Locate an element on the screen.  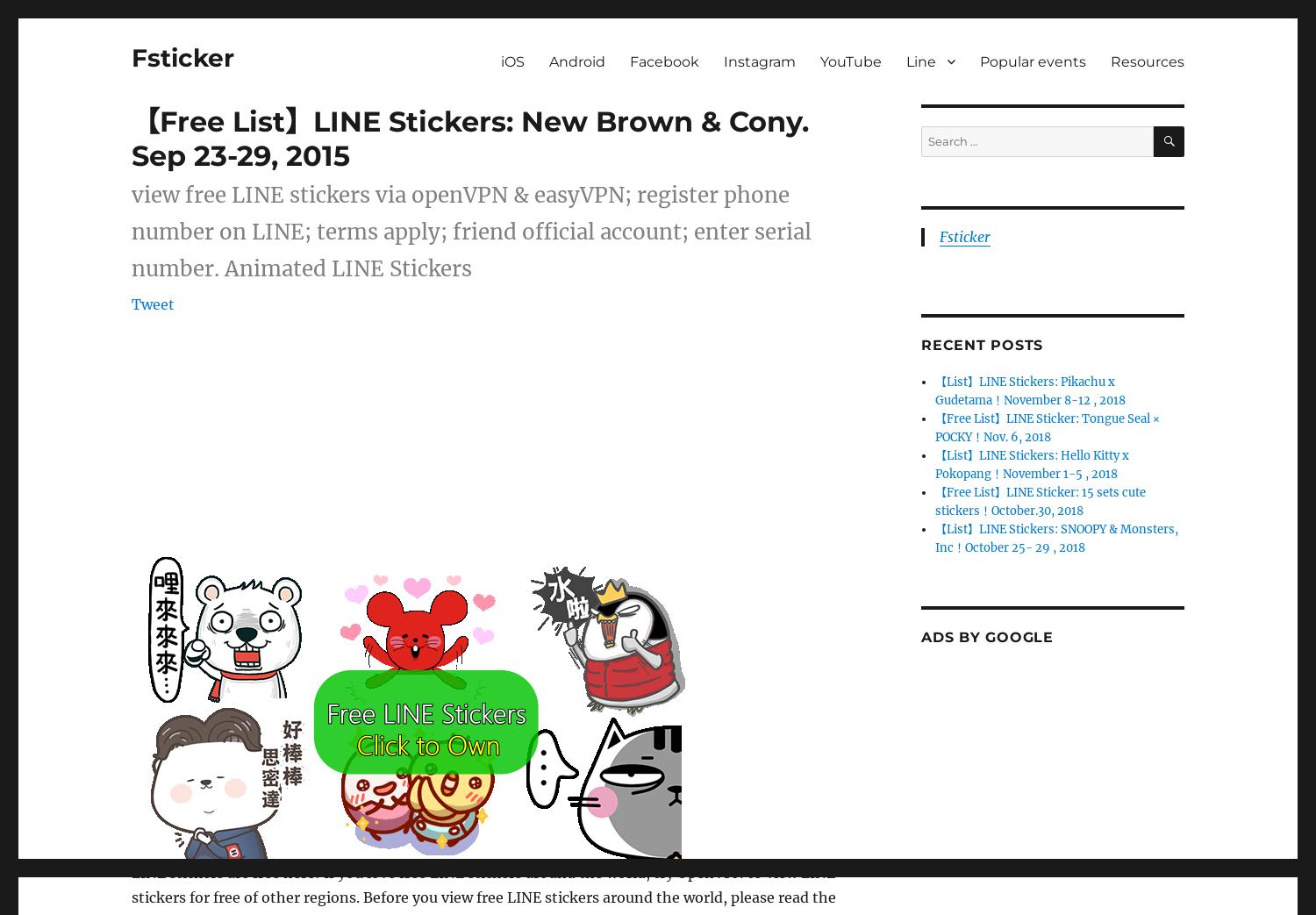
'【List】LINE Stickers: SNOOPY & Monsters, Inc！October 25- 29 , 2018' is located at coordinates (1055, 538).